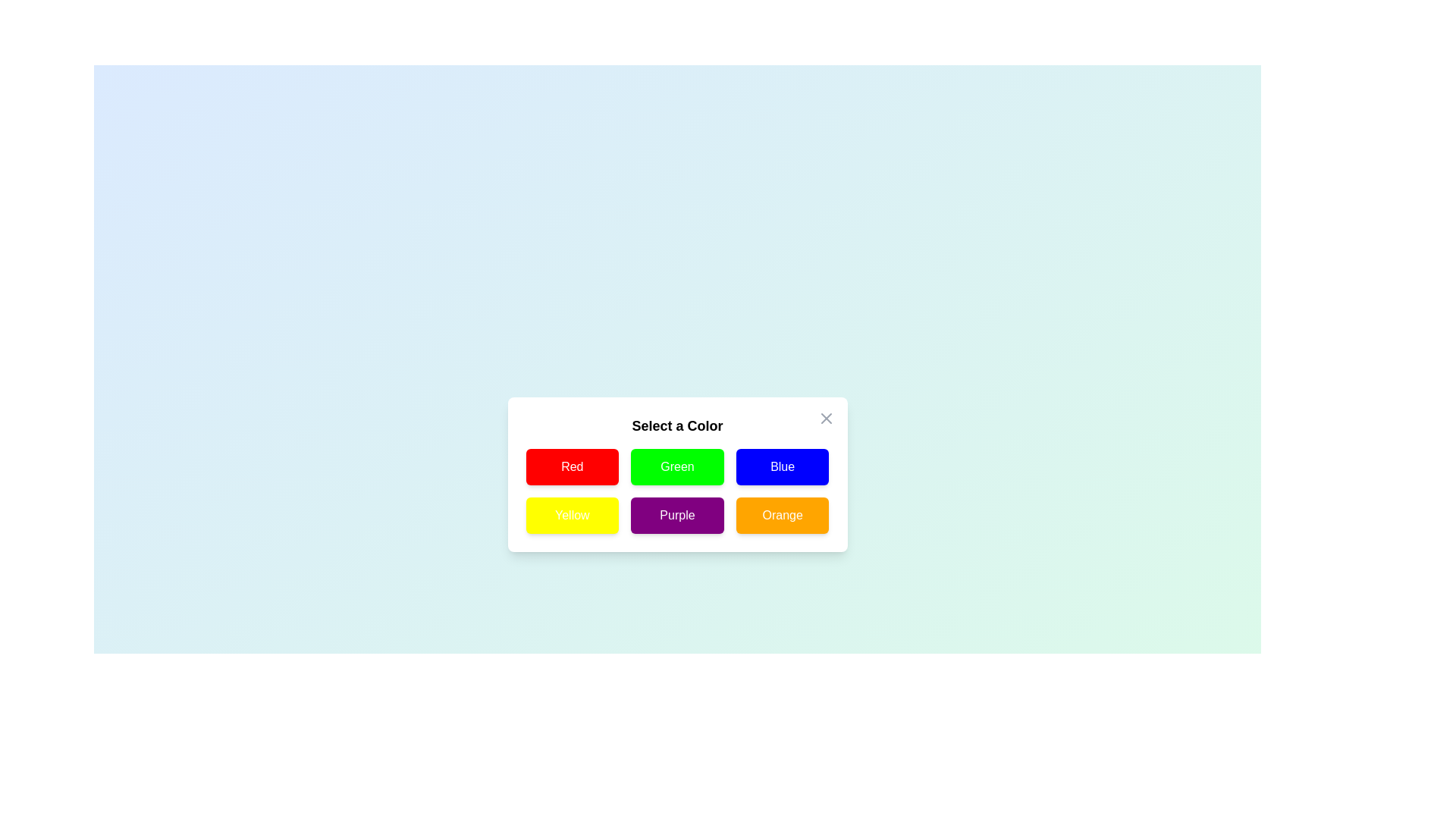 The height and width of the screenshot is (819, 1456). What do you see at coordinates (676, 514) in the screenshot?
I see `the button corresponding to the color Purple` at bounding box center [676, 514].